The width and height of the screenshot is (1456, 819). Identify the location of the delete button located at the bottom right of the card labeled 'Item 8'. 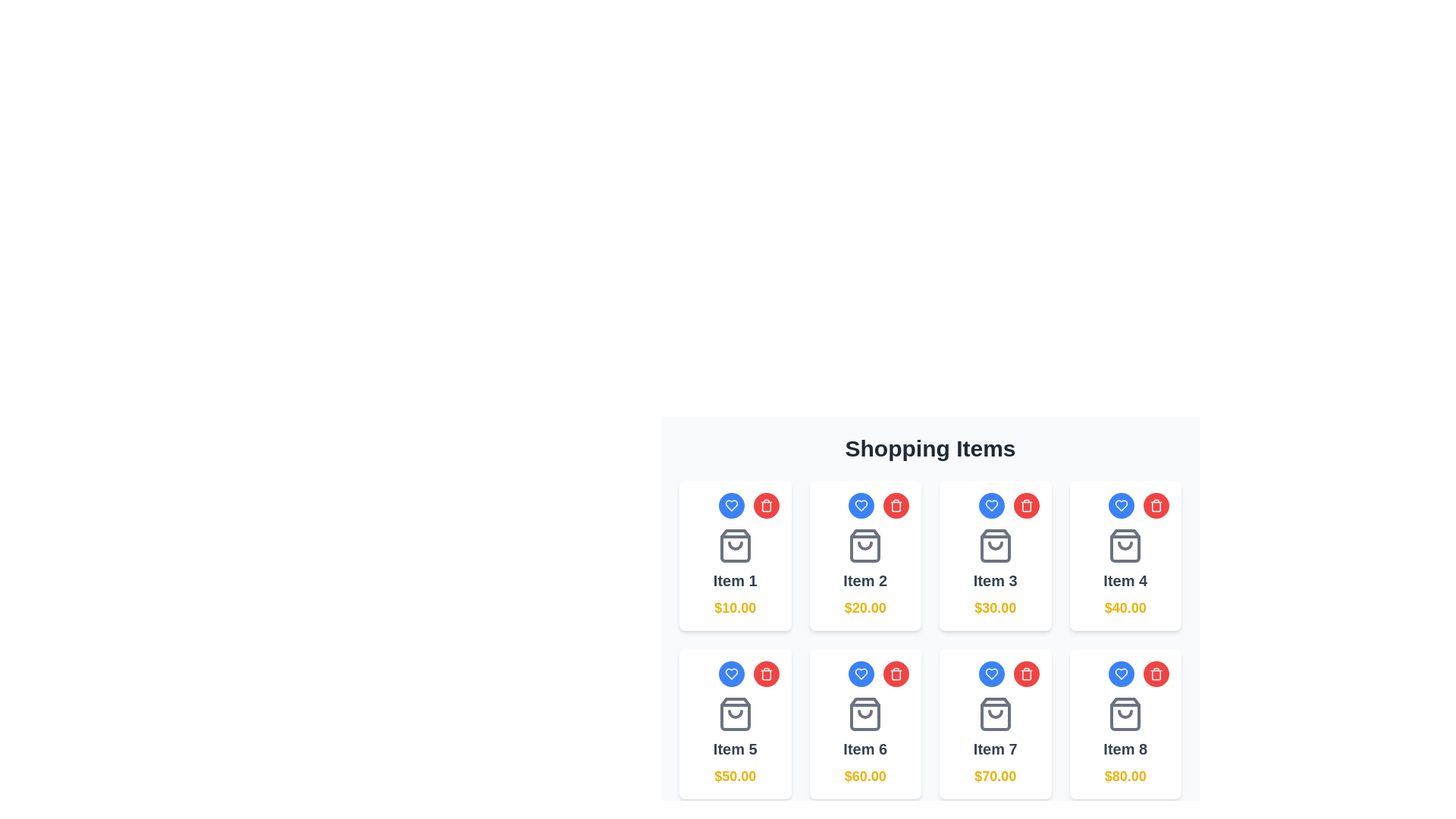
(1156, 673).